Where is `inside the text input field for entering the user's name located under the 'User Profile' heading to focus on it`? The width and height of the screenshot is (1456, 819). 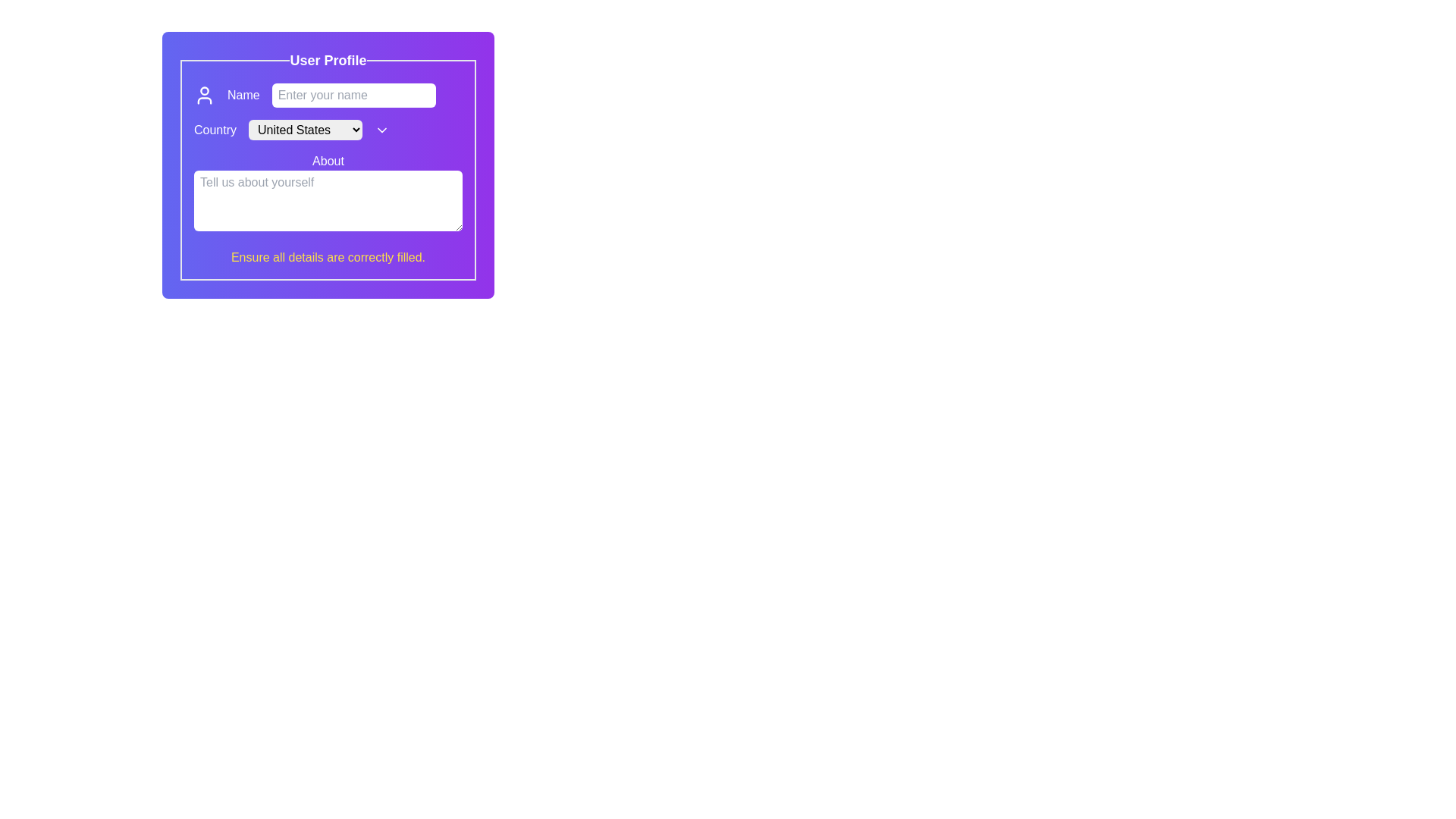 inside the text input field for entering the user's name located under the 'User Profile' heading to focus on it is located at coordinates (327, 96).